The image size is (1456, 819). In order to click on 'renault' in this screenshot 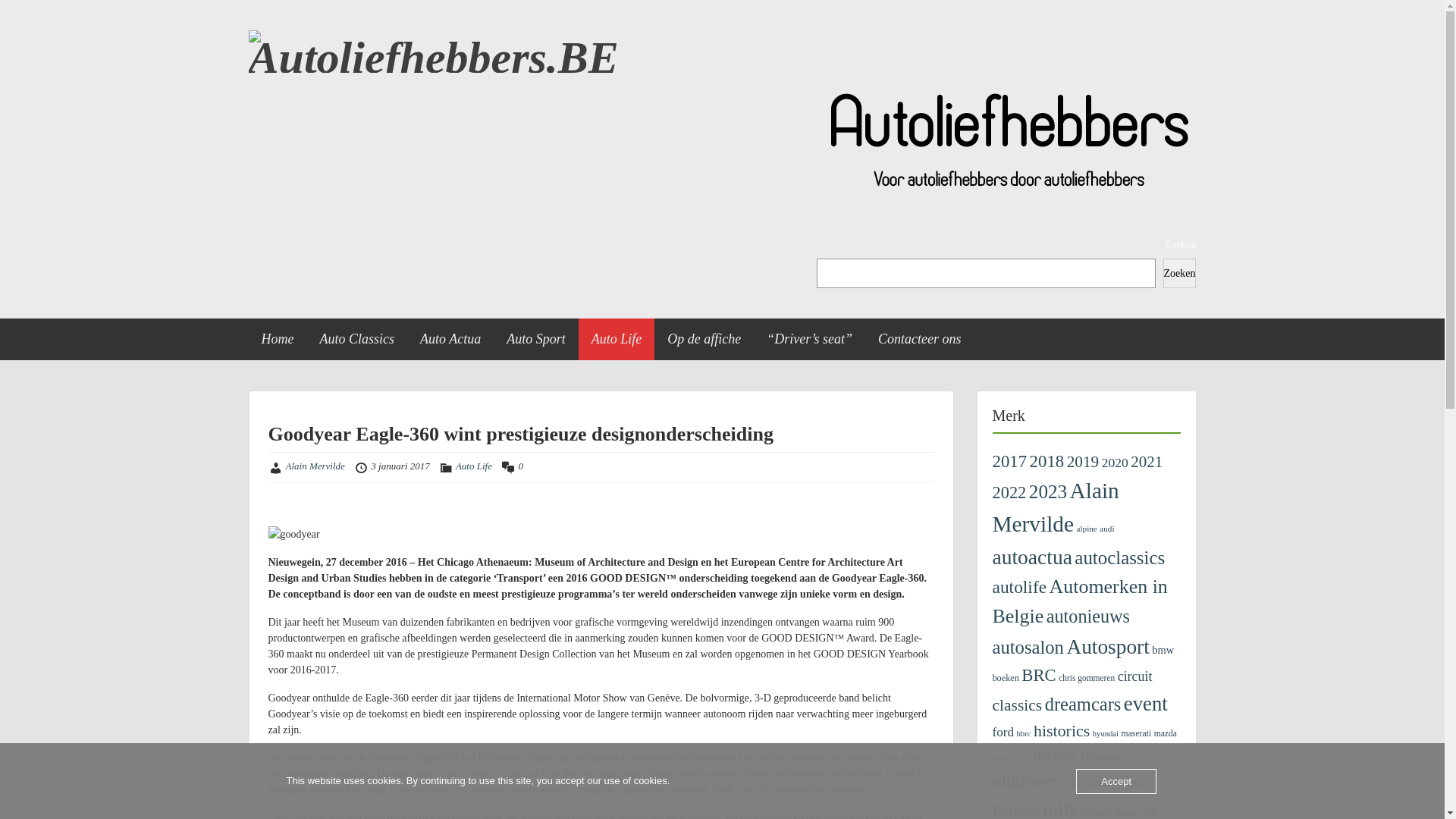, I will do `click(1097, 811)`.